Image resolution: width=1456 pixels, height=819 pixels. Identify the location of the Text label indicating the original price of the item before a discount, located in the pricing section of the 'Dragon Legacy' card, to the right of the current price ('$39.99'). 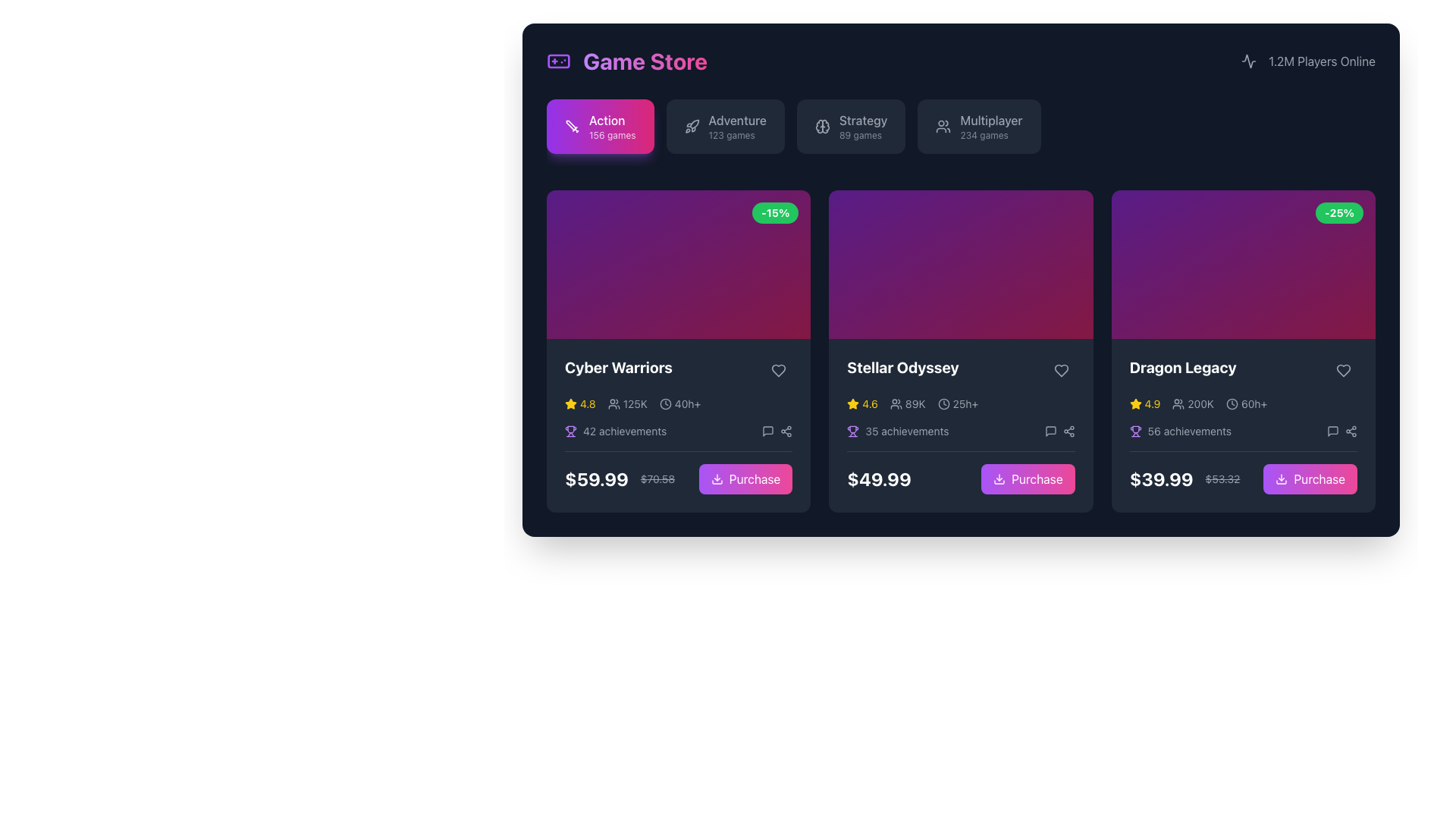
(1222, 479).